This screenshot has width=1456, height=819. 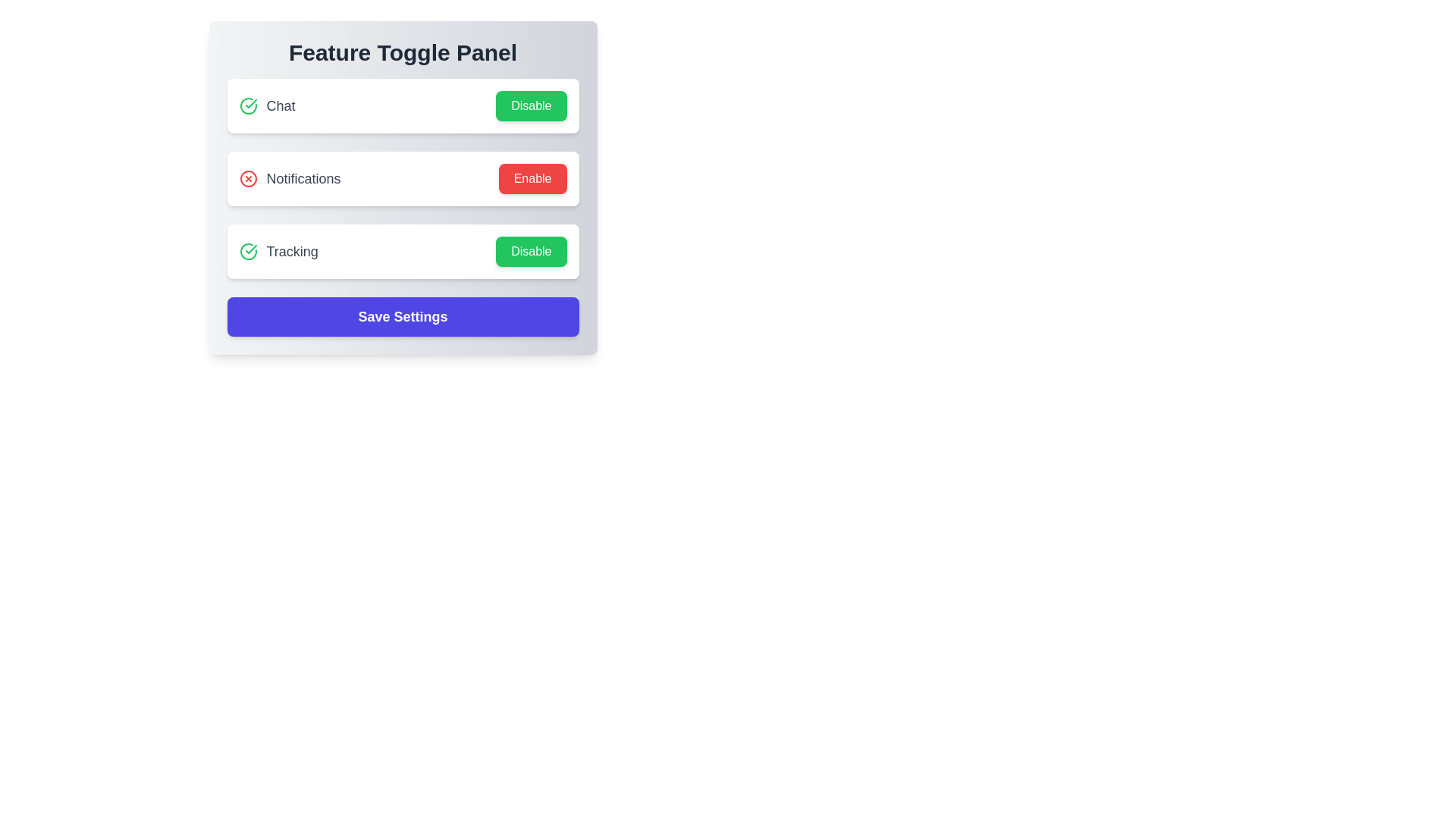 I want to click on the feature name chat by double-clicking on it, so click(x=267, y=105).